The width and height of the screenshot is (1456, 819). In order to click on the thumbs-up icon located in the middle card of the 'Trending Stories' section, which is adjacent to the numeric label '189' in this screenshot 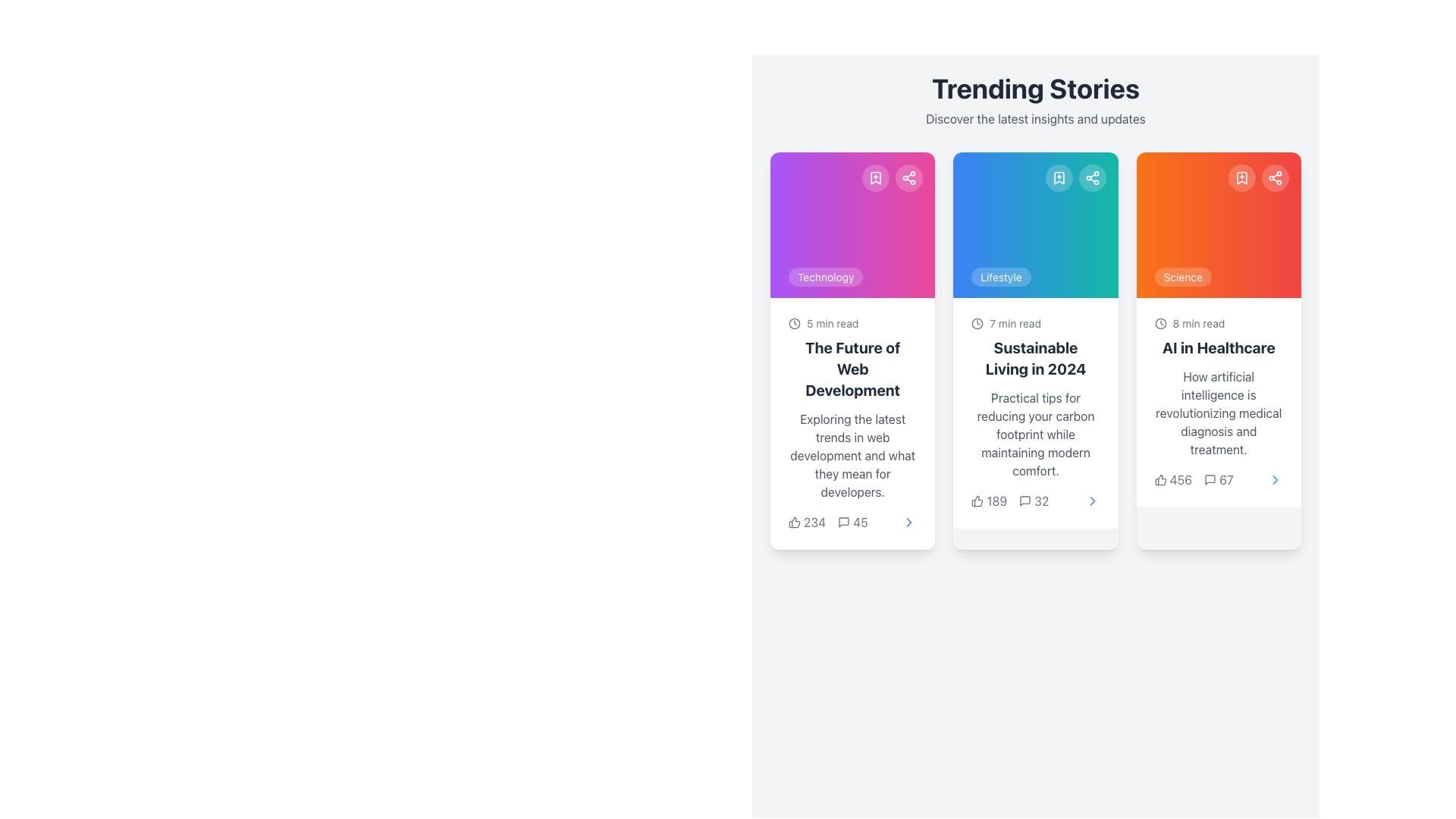, I will do `click(977, 500)`.